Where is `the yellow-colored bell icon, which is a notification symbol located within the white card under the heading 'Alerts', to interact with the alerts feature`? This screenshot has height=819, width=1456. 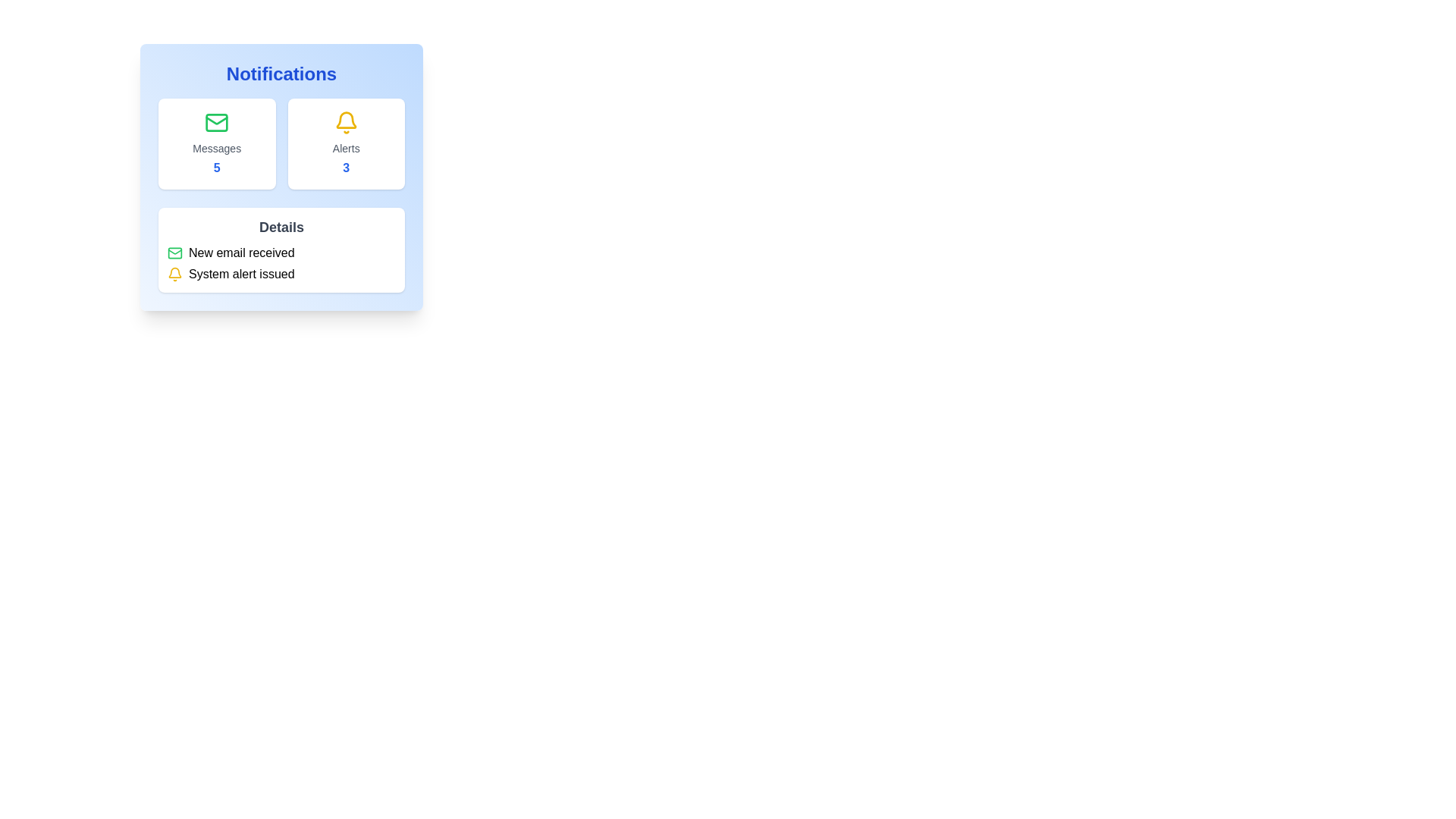
the yellow-colored bell icon, which is a notification symbol located within the white card under the heading 'Alerts', to interact with the alerts feature is located at coordinates (345, 122).